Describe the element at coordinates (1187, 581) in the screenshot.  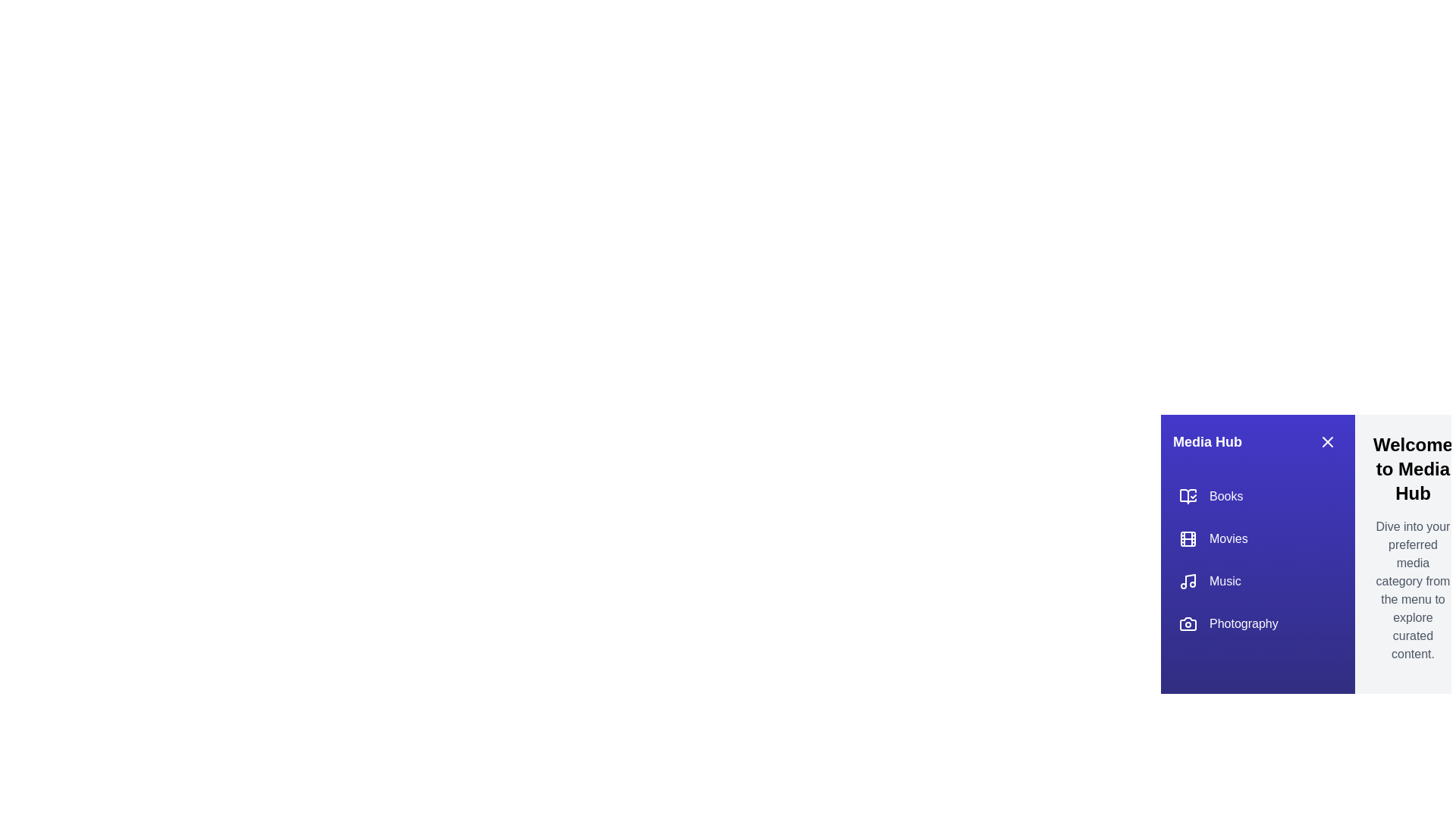
I see `the icon for the category Music` at that location.